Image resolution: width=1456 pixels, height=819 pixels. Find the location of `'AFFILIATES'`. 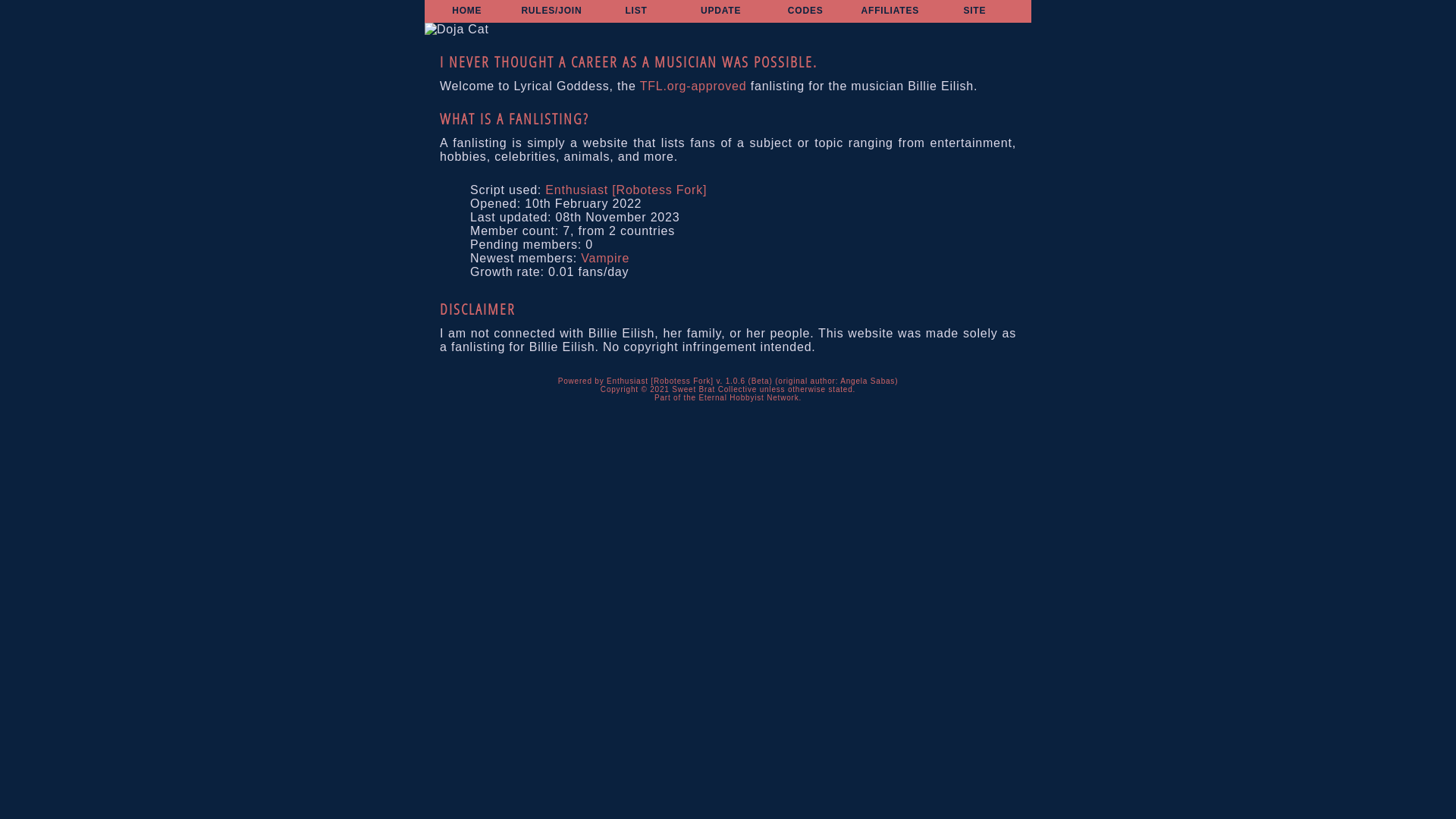

'AFFILIATES' is located at coordinates (890, 11).